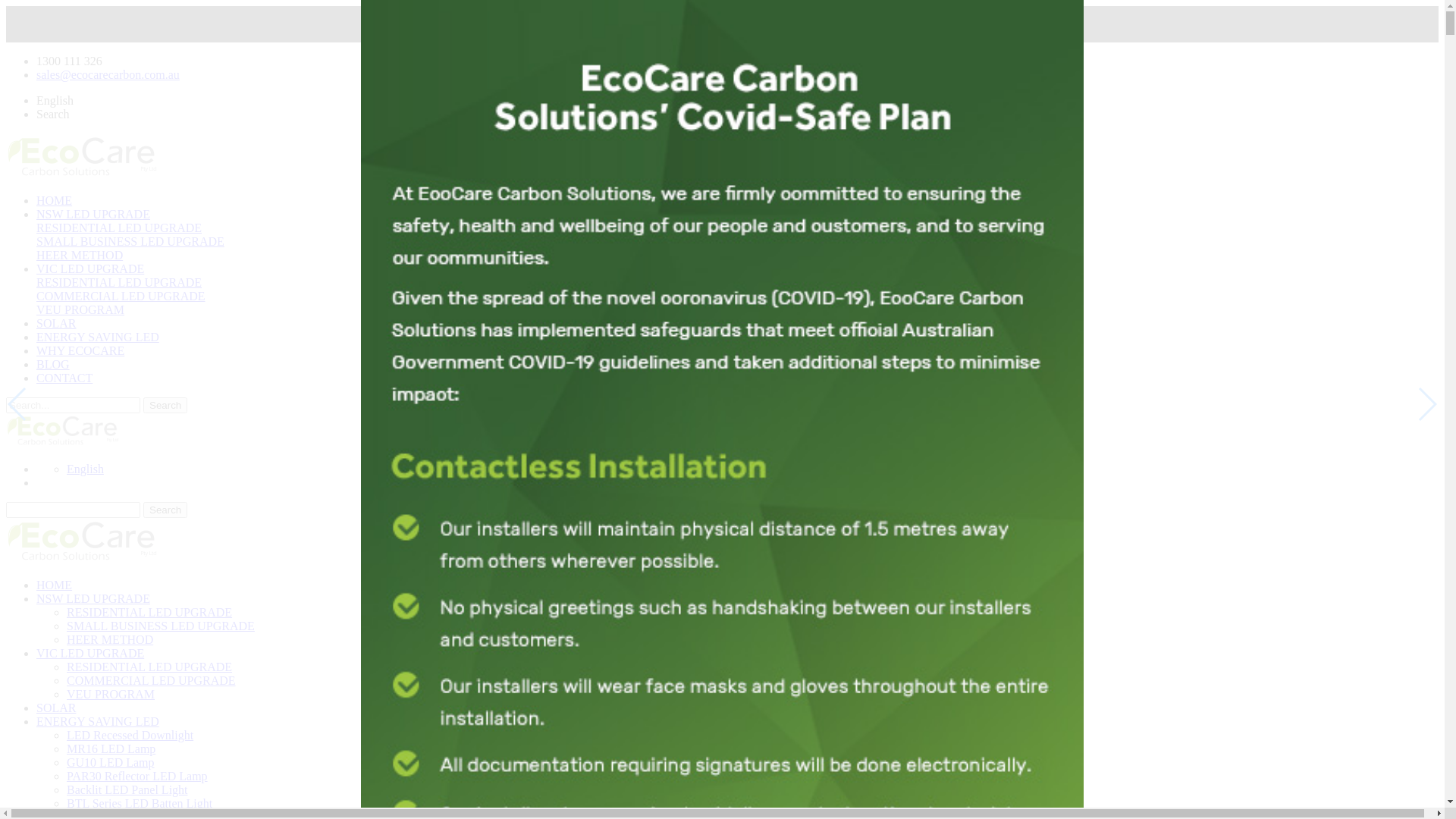 The image size is (1456, 819). Describe the element at coordinates (97, 336) in the screenshot. I see `'ENERGY SAVING LED'` at that location.